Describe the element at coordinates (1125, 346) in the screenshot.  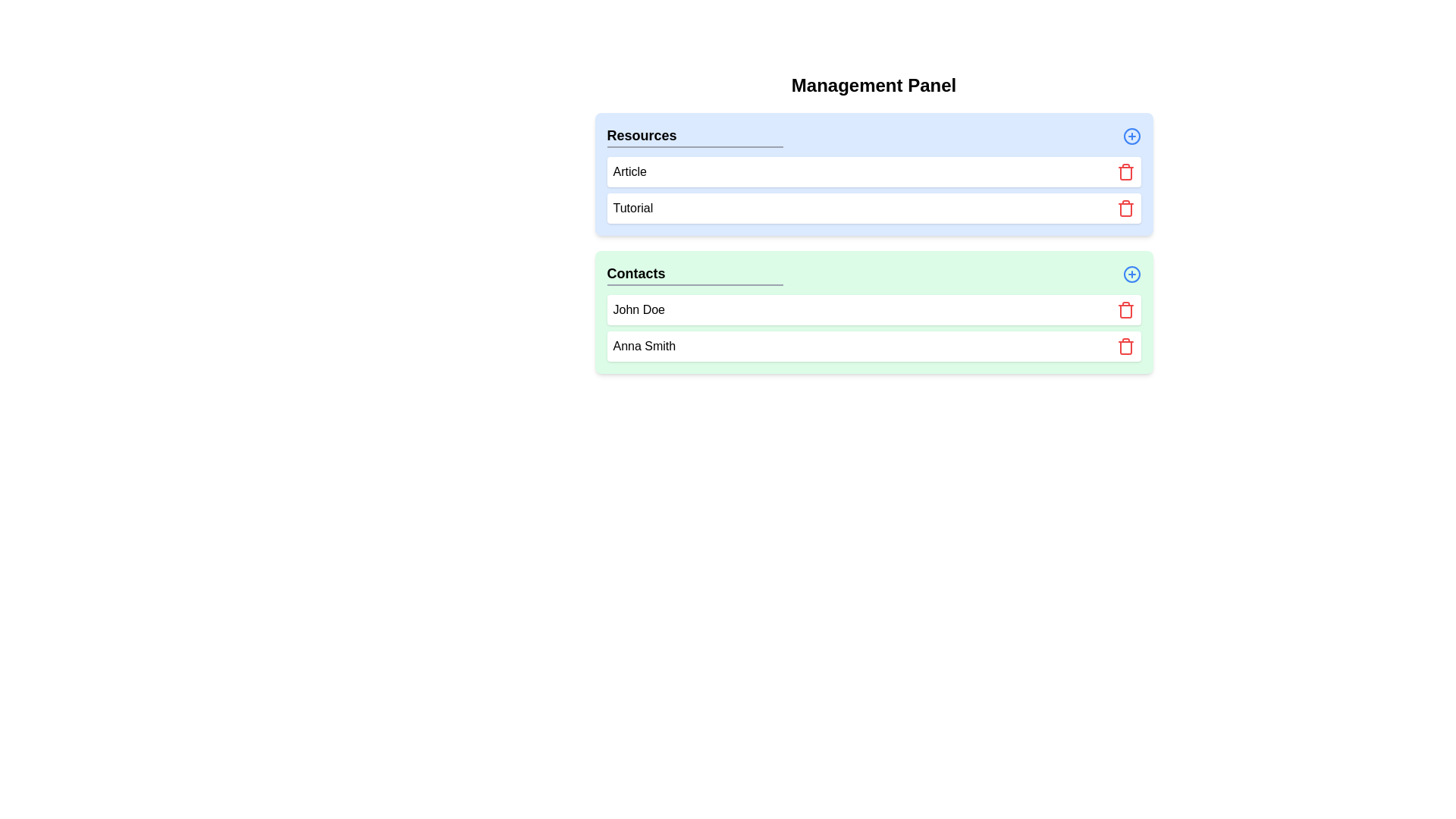
I see `the delete button for the element Anna Smith in the category Contacts` at that location.